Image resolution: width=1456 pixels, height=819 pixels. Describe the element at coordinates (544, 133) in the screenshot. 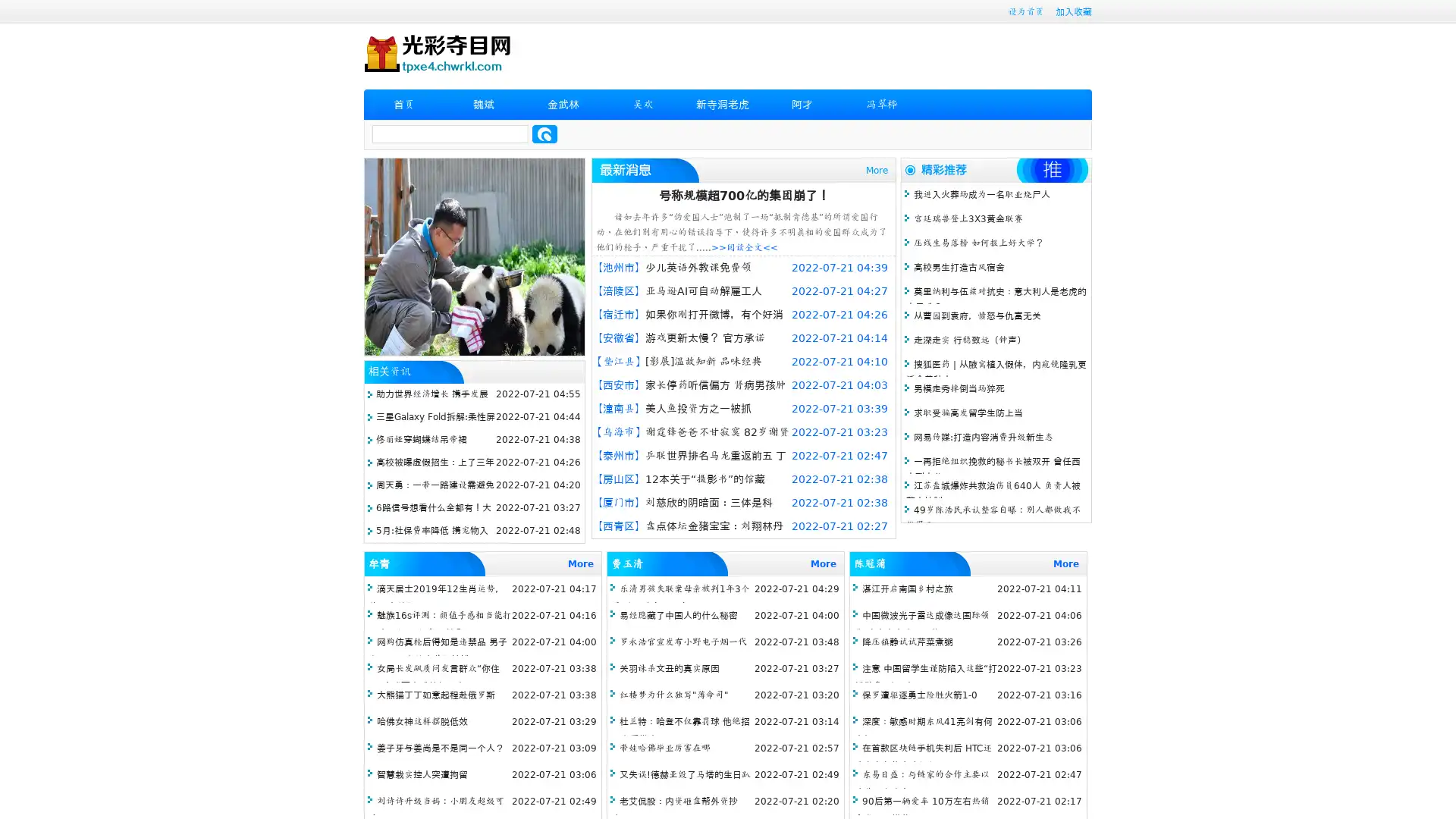

I see `Search` at that location.